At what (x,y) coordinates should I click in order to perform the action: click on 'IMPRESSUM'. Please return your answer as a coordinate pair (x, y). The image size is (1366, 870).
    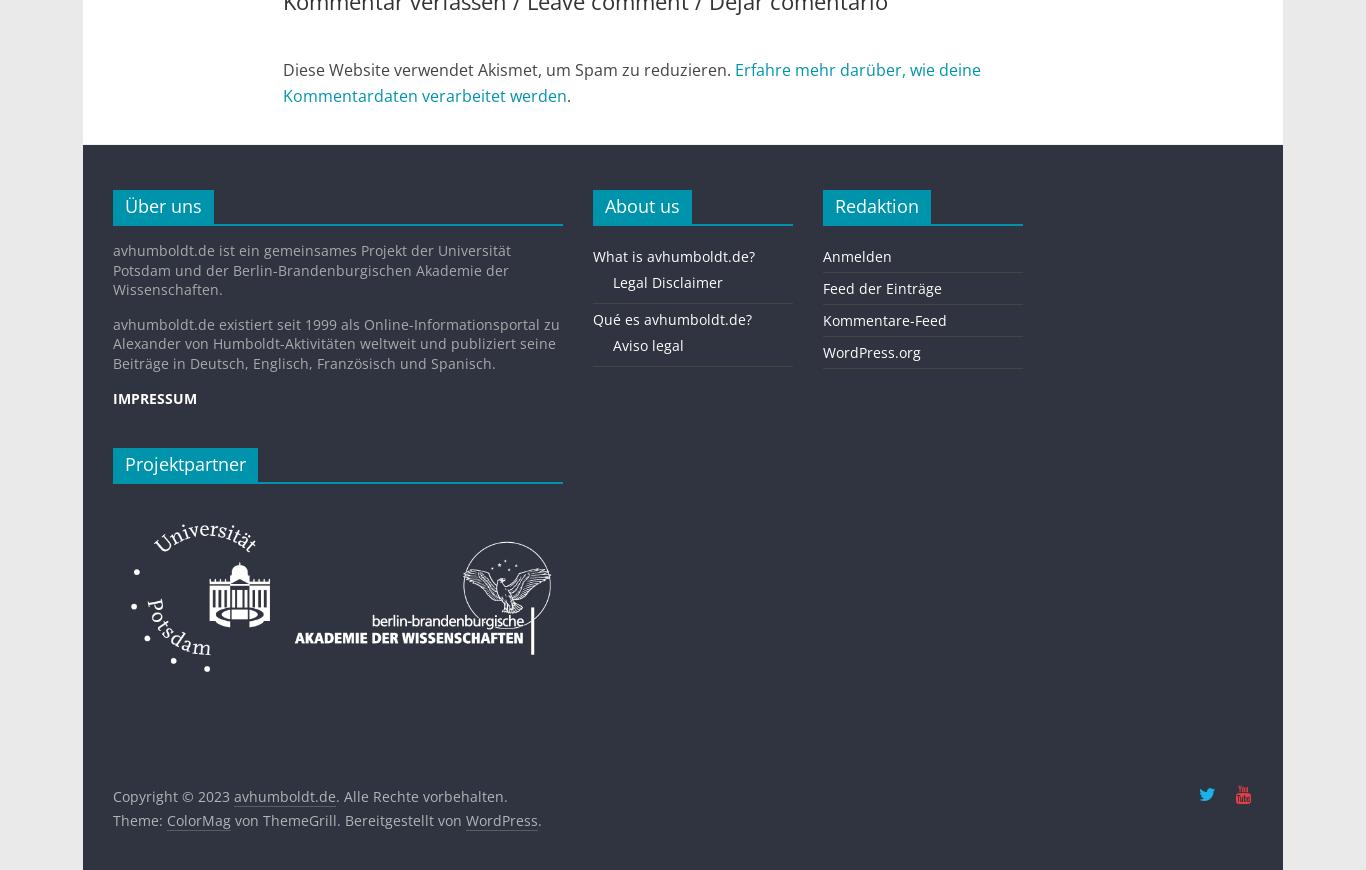
    Looking at the image, I should click on (154, 397).